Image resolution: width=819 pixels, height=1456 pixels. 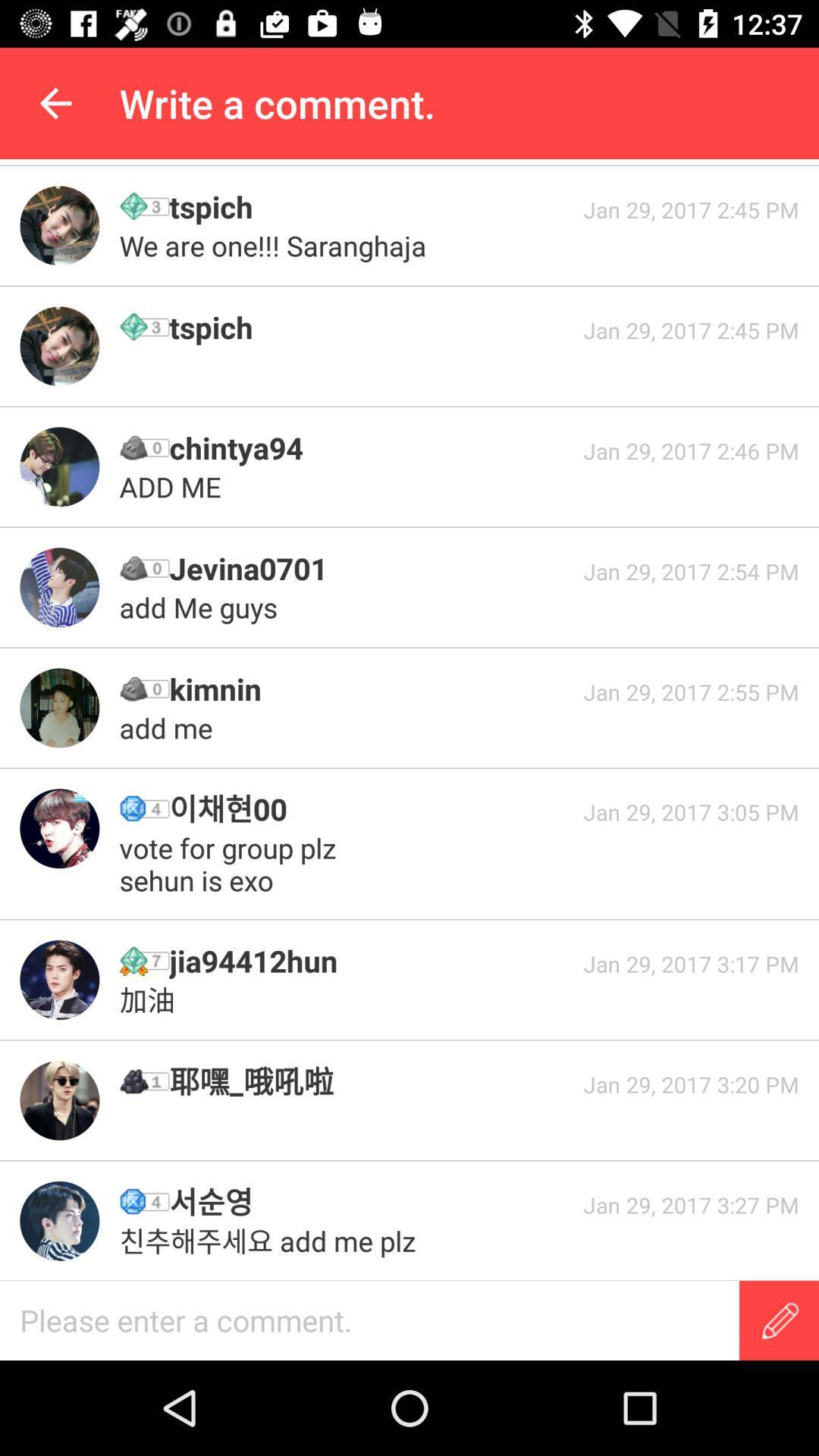 What do you see at coordinates (58, 1221) in the screenshot?
I see `contact` at bounding box center [58, 1221].